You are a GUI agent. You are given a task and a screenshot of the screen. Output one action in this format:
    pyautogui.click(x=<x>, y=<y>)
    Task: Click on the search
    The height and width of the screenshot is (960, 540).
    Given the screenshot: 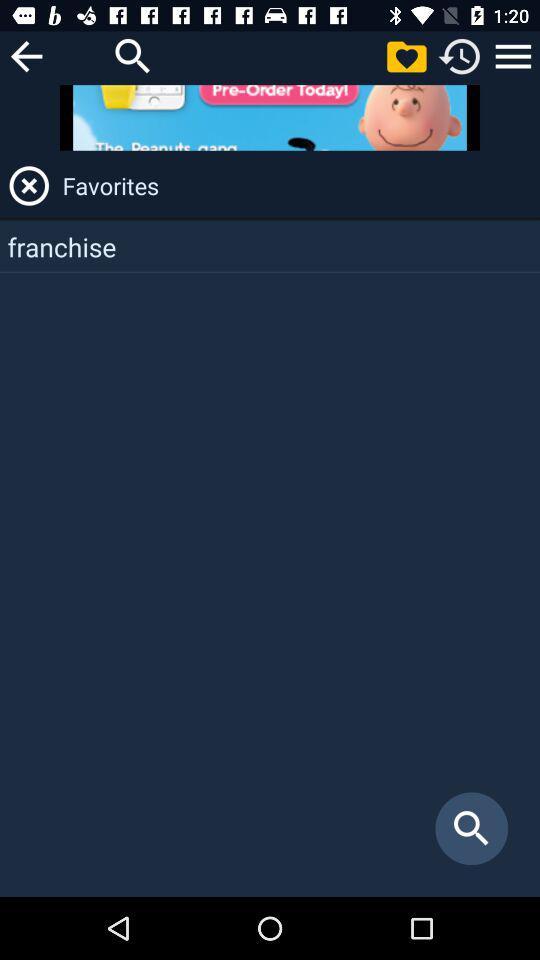 What is the action you would take?
    pyautogui.click(x=133, y=55)
    